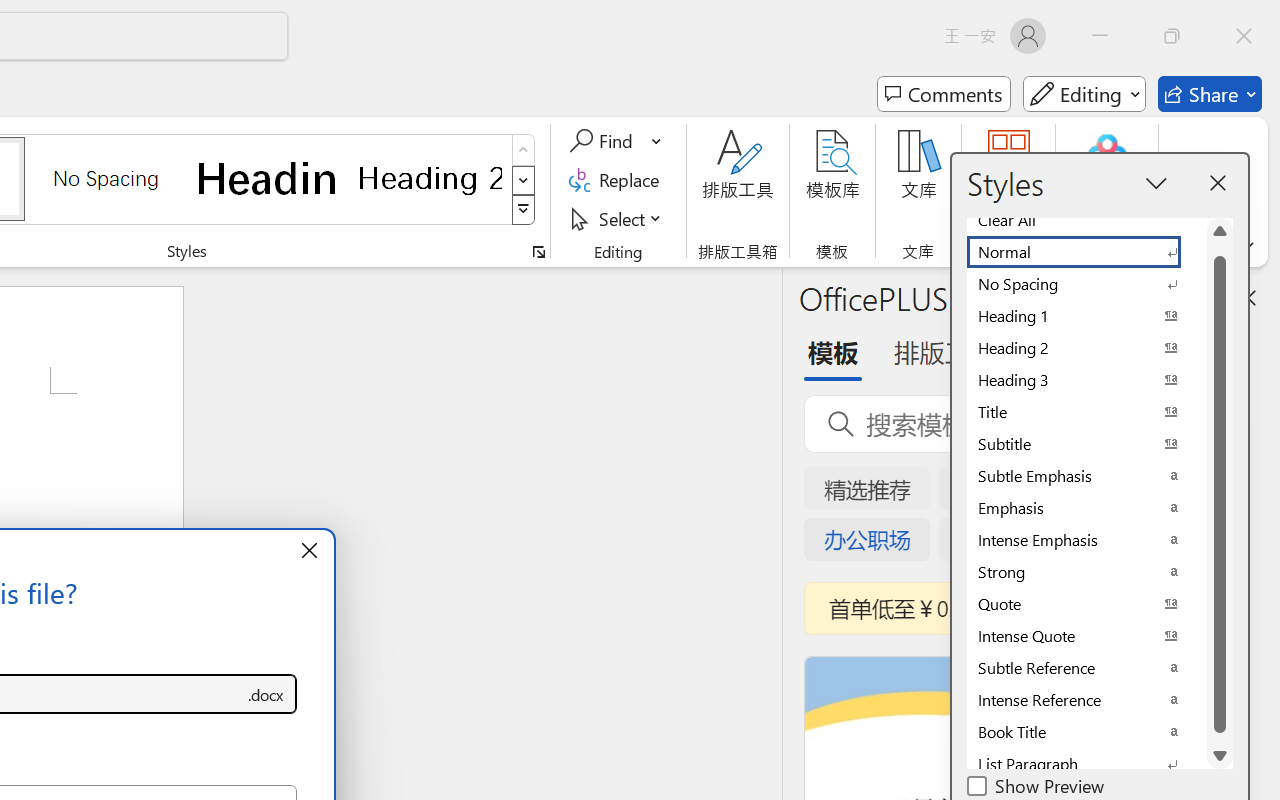 This screenshot has height=800, width=1280. I want to click on 'Share', so click(1209, 94).